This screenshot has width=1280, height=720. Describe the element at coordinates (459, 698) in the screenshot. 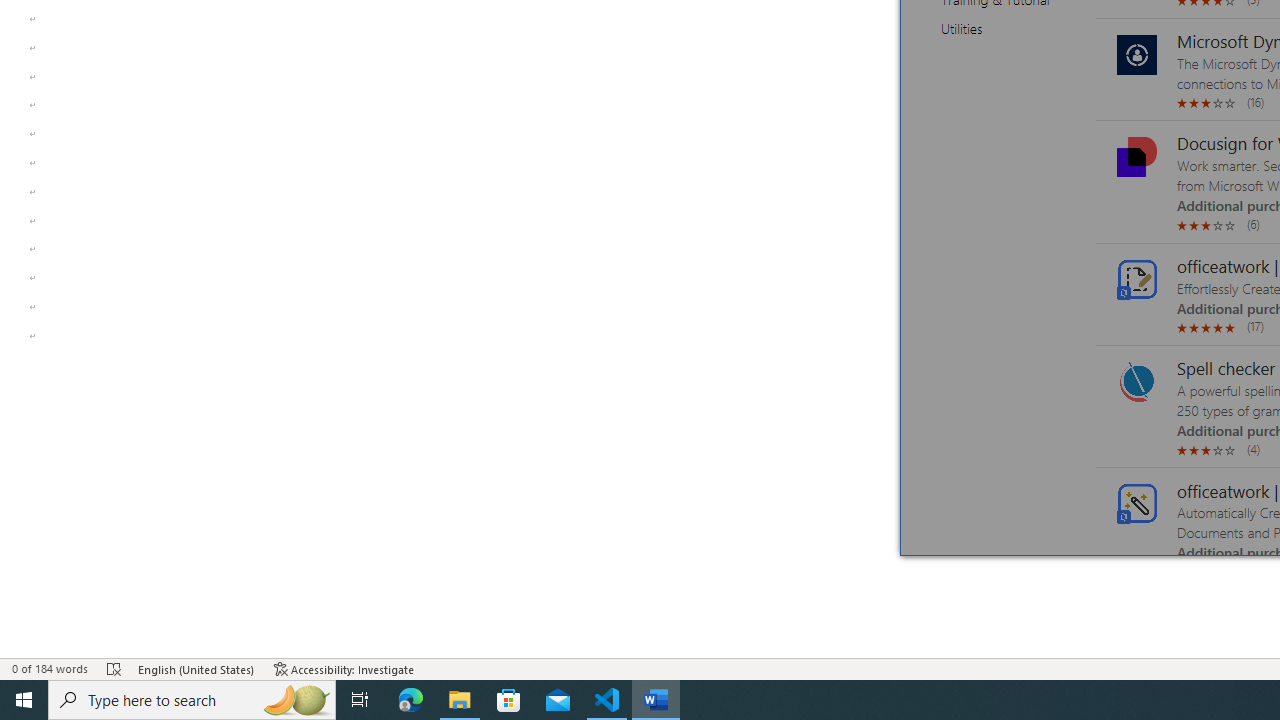

I see `'File Explorer - 1 running window'` at that location.